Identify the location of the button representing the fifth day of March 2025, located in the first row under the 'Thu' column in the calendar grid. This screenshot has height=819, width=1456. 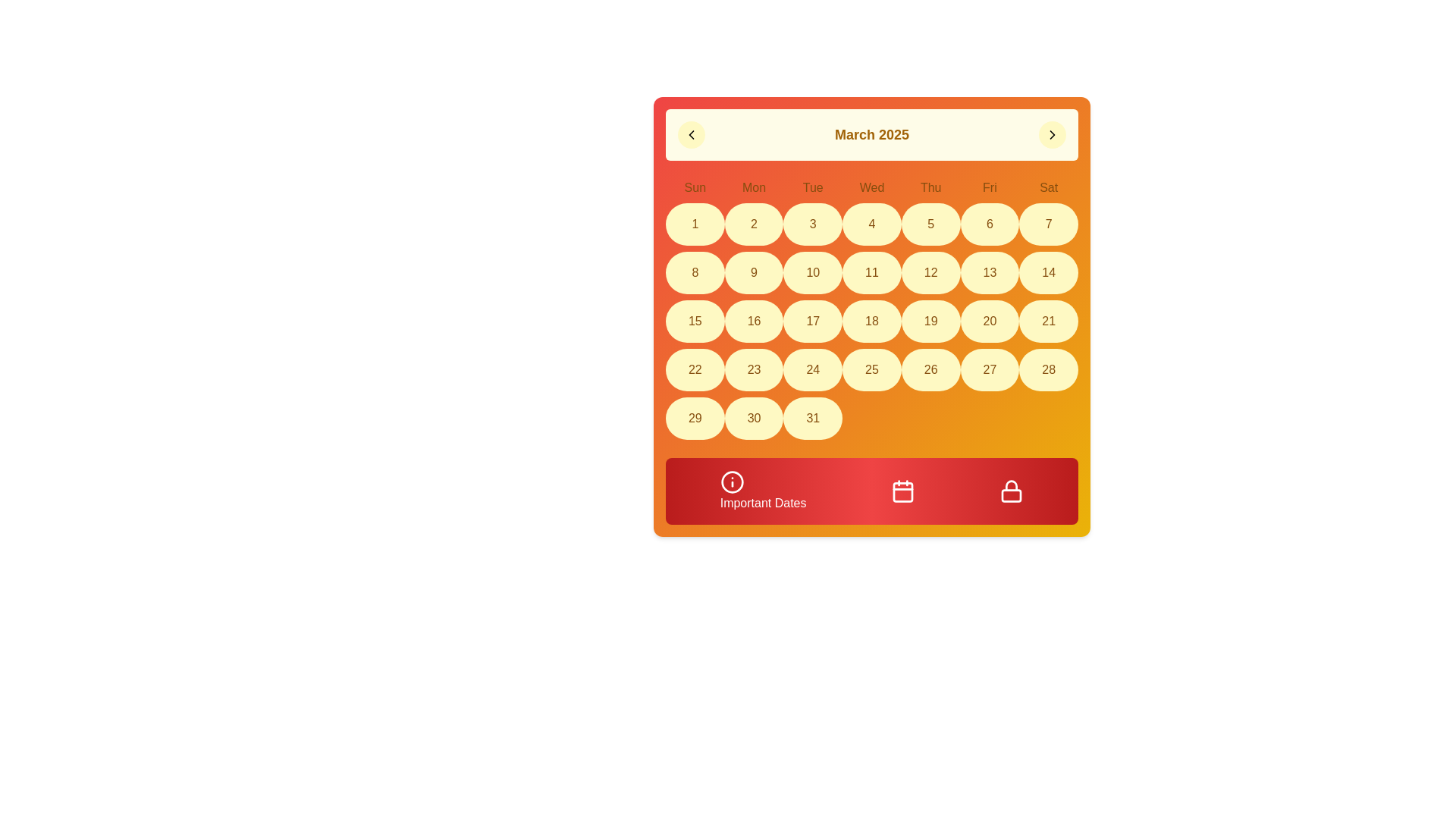
(930, 224).